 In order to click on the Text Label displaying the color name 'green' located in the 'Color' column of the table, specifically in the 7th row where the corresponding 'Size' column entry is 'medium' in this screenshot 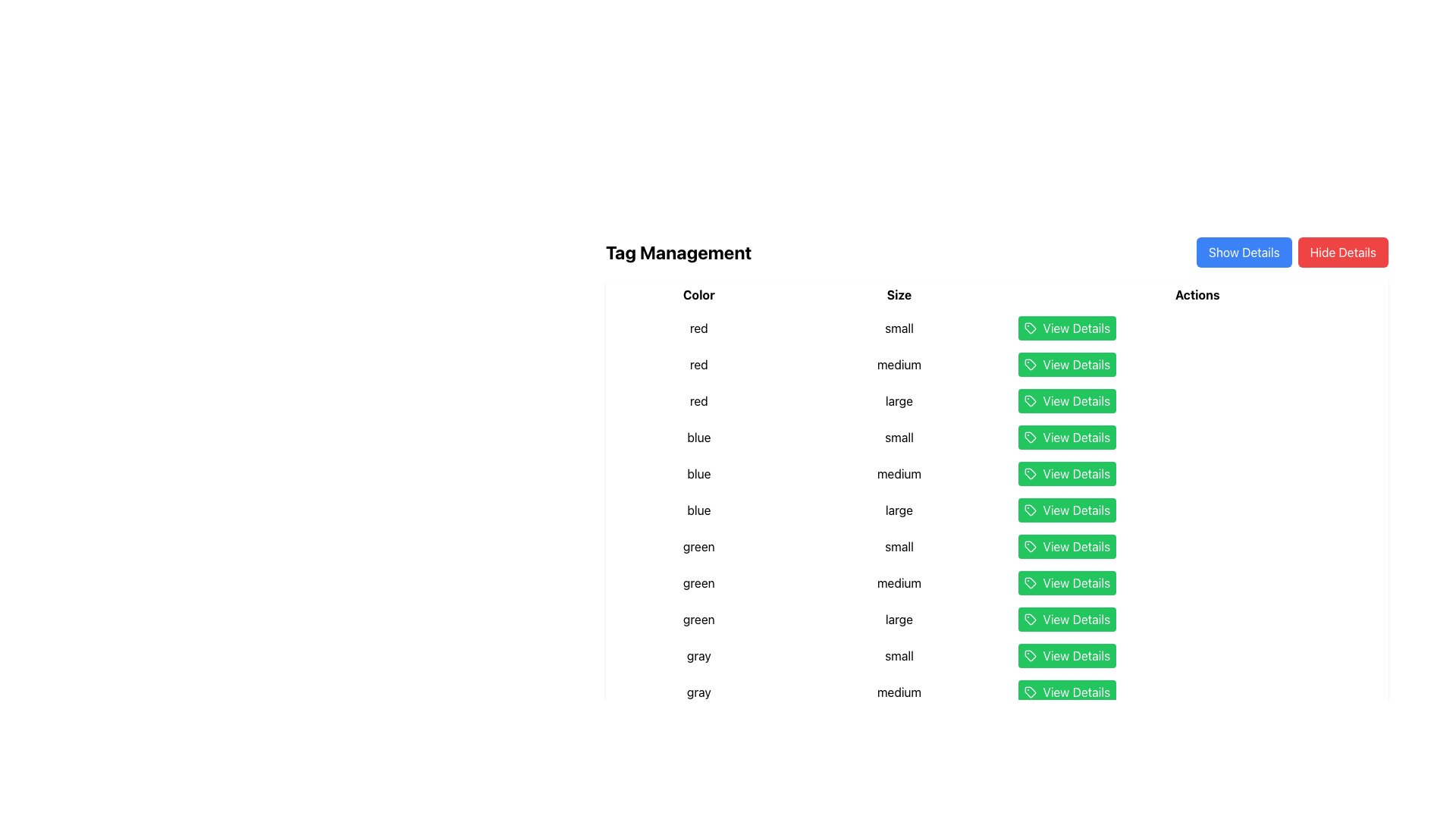, I will do `click(698, 582)`.